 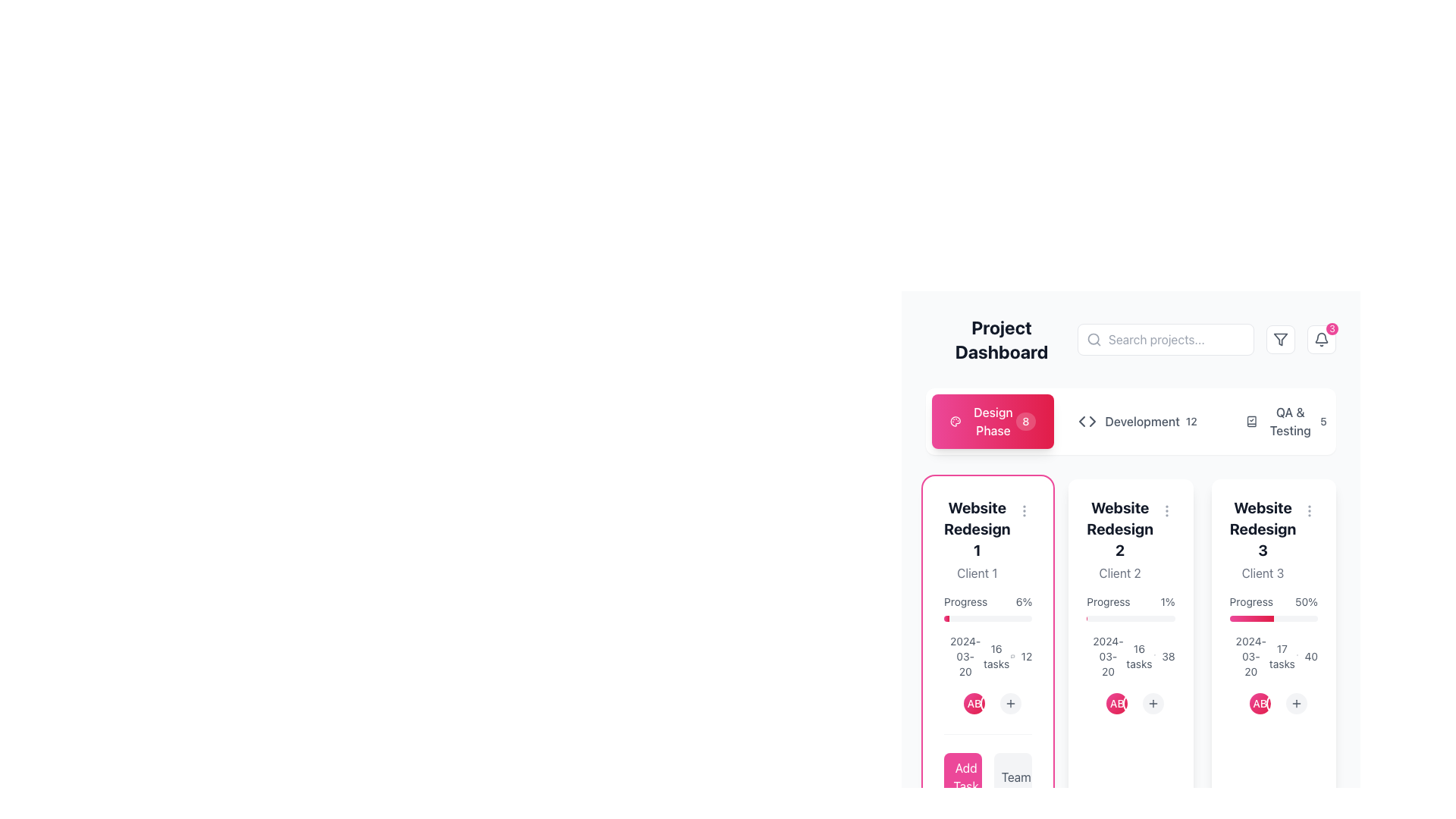 What do you see at coordinates (1241, 704) in the screenshot?
I see `the first circular user avatar element located at the bottom of the third card in the Website Redesign 3 section` at bounding box center [1241, 704].